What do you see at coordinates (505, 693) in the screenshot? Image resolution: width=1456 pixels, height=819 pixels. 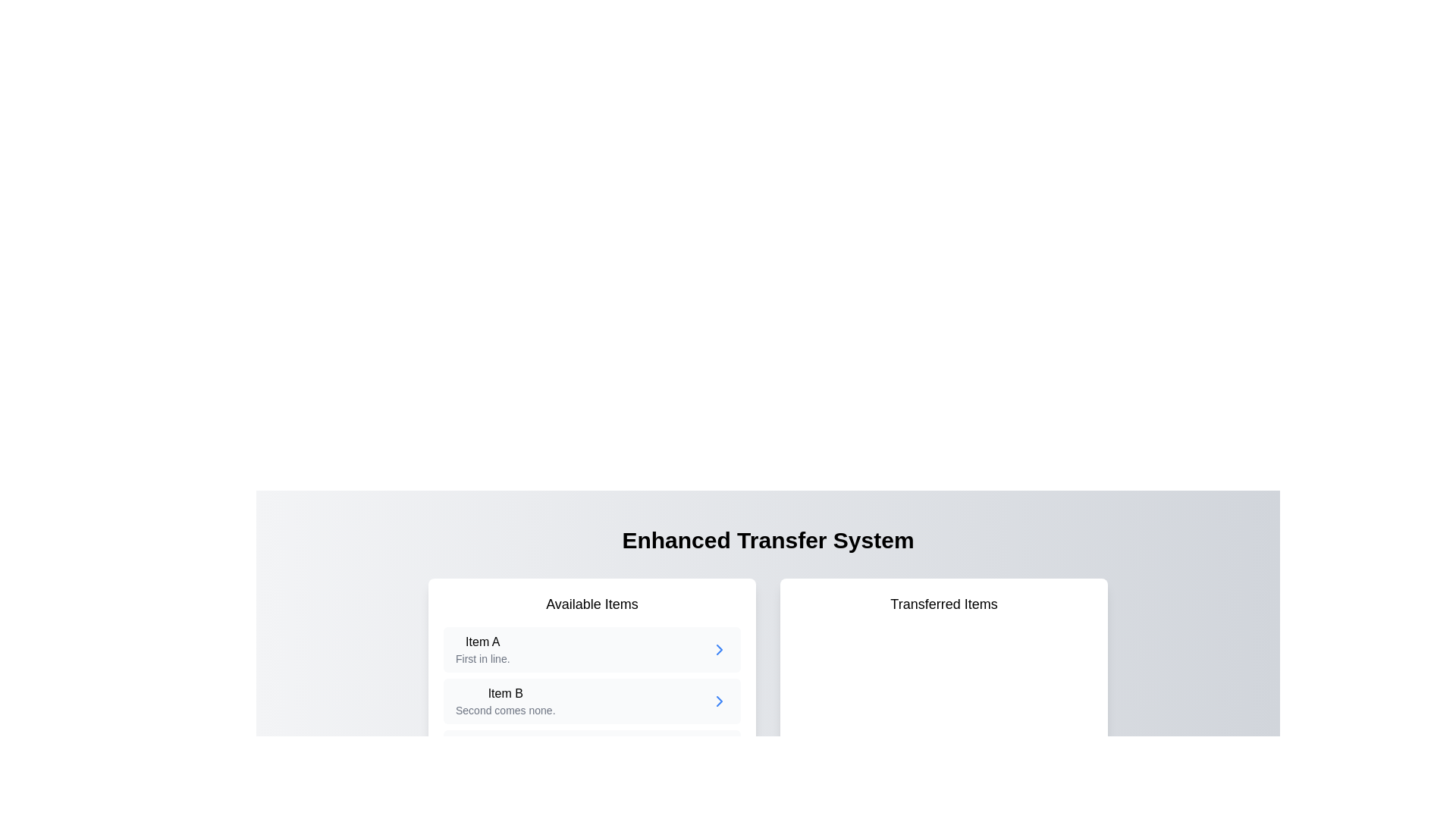 I see `the bold text 'Item B' located in the second entry of the 'Available Items' list, which is visually above the lighter text 'Second comes none.'` at bounding box center [505, 693].